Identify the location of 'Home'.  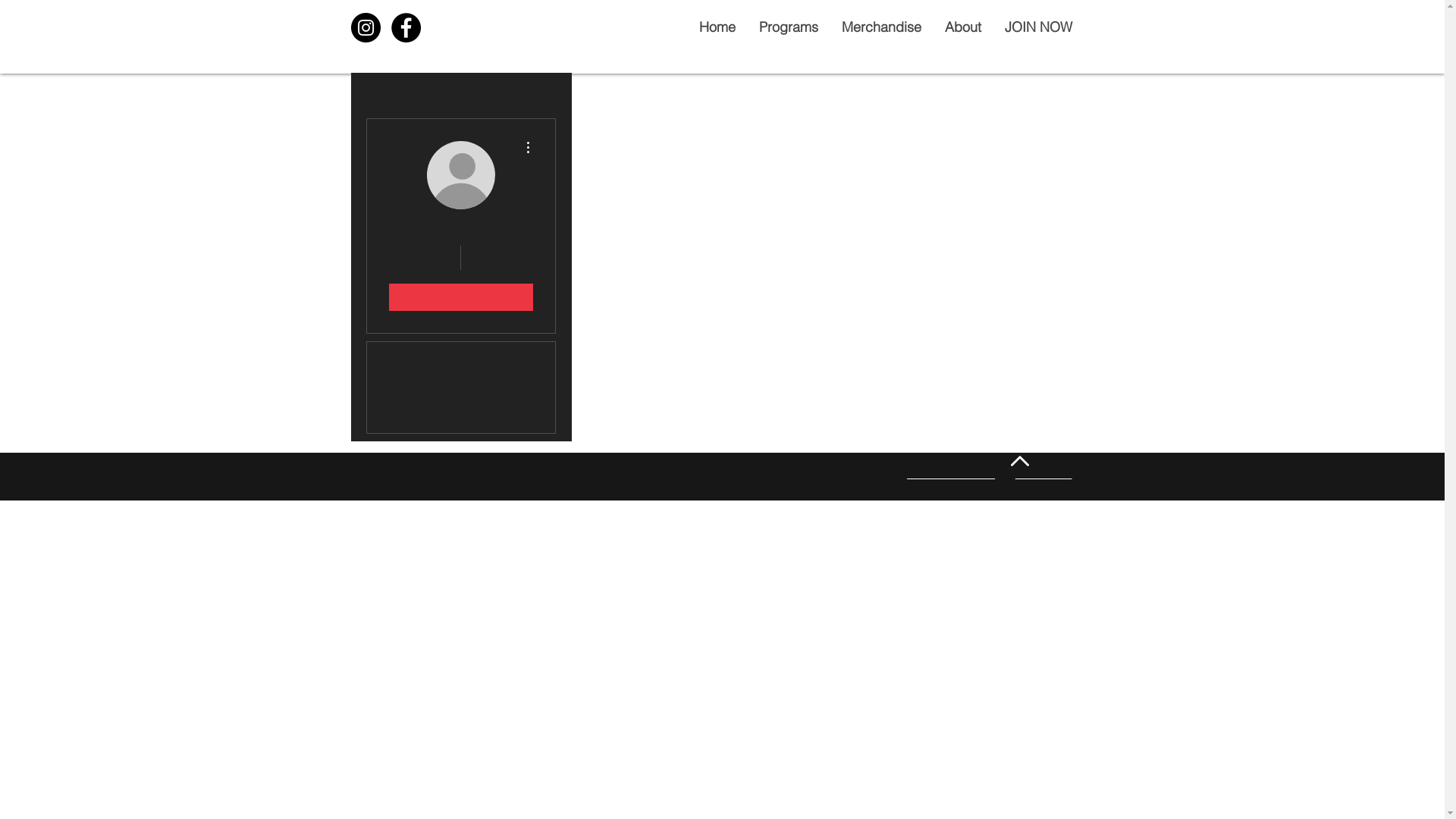
(716, 27).